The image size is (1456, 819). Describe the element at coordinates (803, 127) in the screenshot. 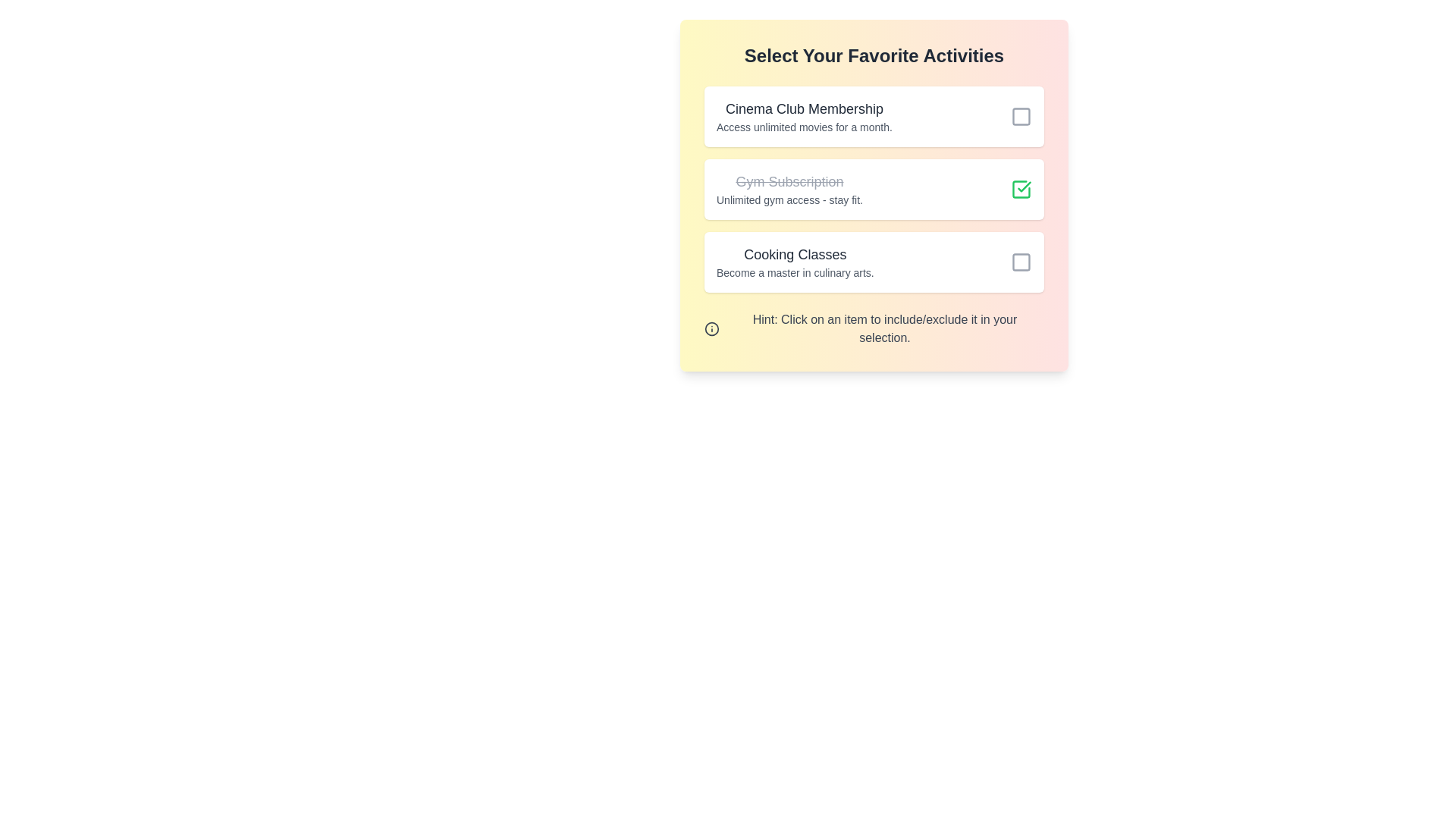

I see `the text element that says 'Access unlimited movies for a month.' which is styled in light gray and positioned beneath the 'Cinema Club Membership' heading` at that location.